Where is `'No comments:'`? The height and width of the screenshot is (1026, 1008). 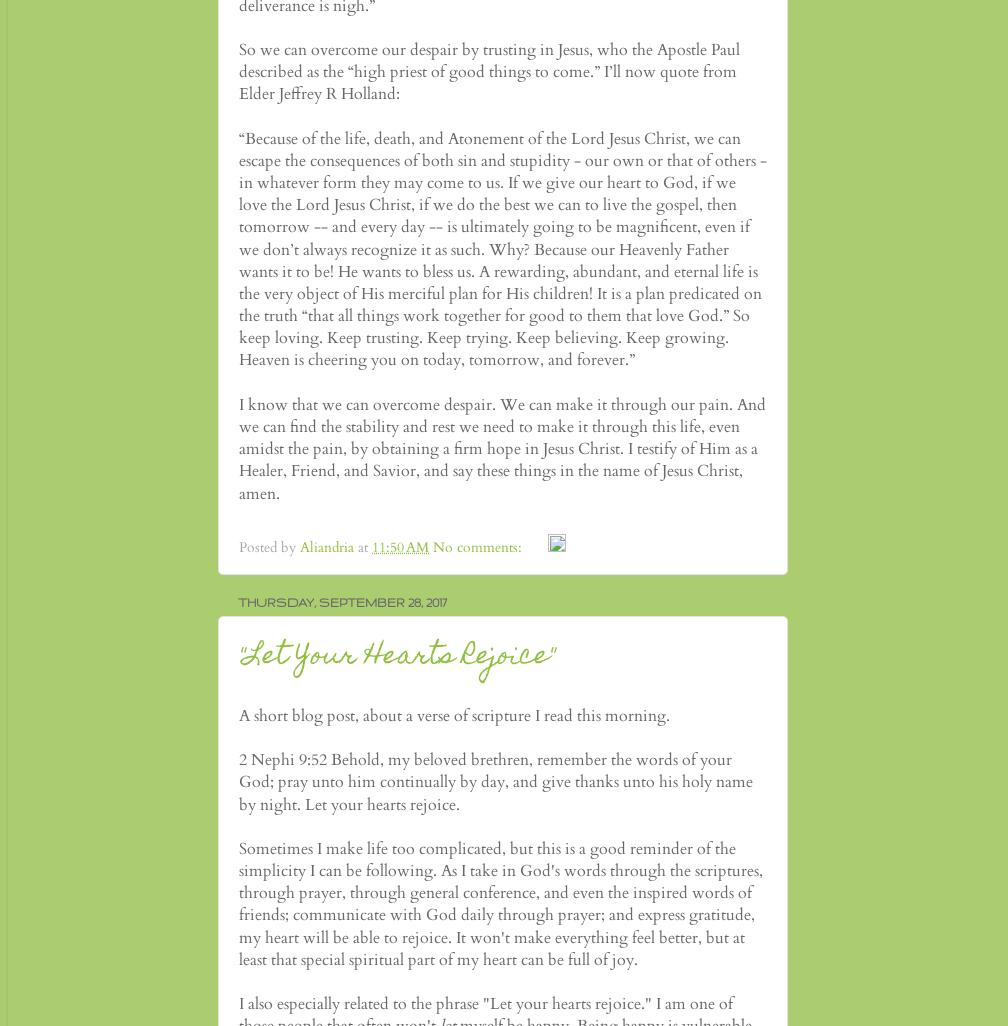 'No comments:' is located at coordinates (479, 547).